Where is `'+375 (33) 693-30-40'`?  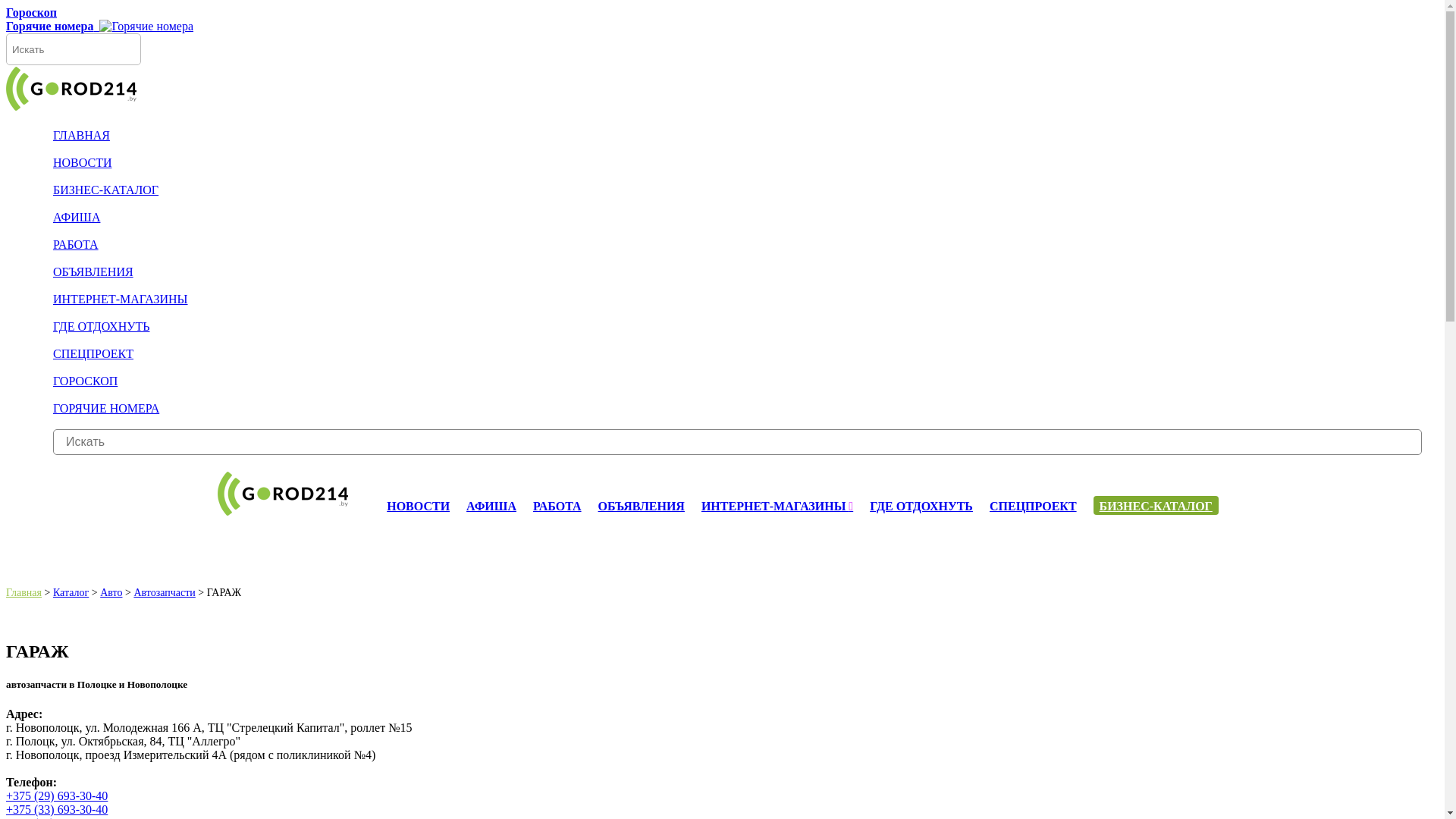 '+375 (33) 693-30-40' is located at coordinates (6, 808).